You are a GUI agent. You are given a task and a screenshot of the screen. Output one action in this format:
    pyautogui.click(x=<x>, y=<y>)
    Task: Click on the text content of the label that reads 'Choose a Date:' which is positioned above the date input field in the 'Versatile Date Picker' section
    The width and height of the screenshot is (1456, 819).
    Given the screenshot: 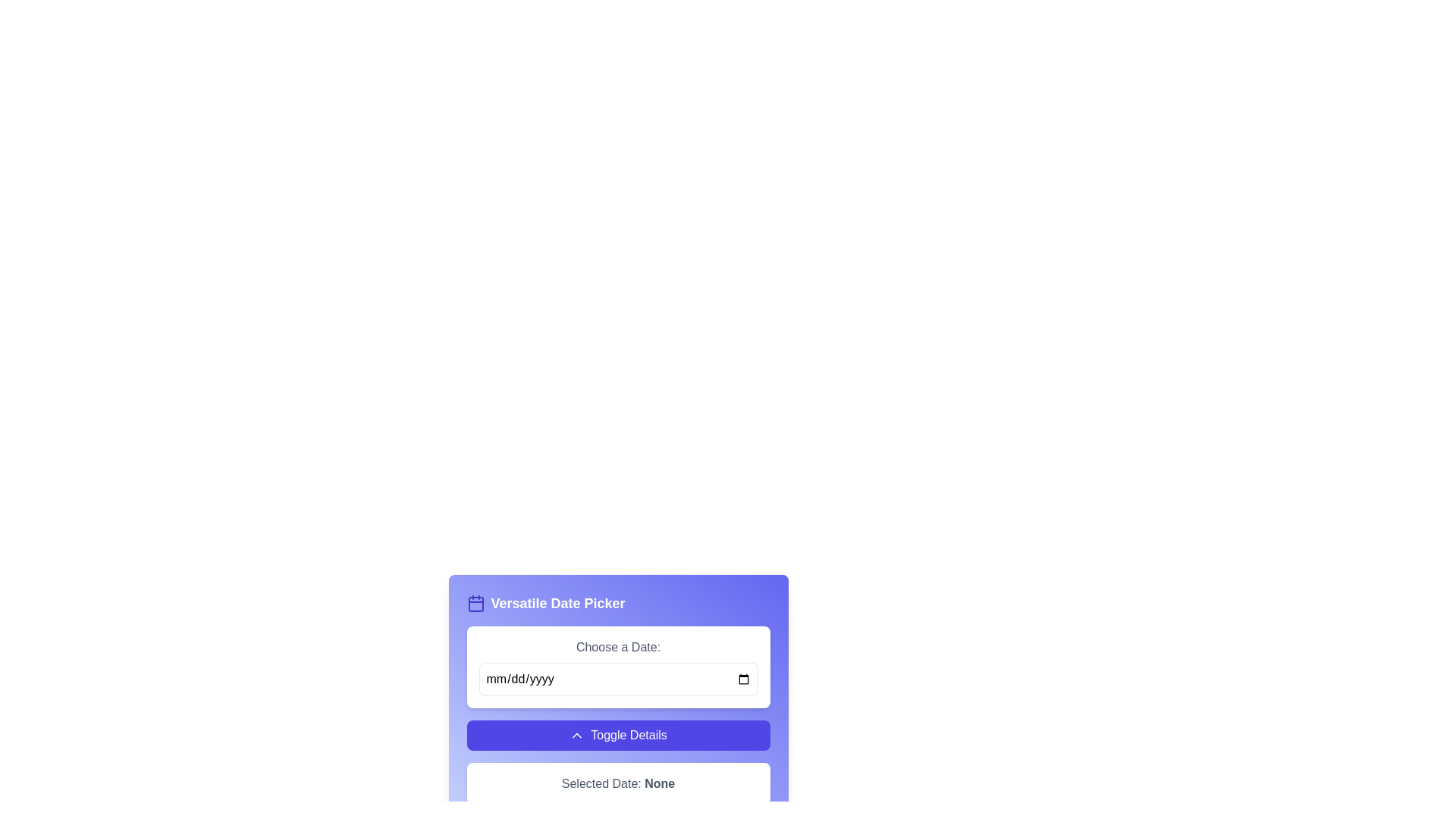 What is the action you would take?
    pyautogui.click(x=618, y=647)
    